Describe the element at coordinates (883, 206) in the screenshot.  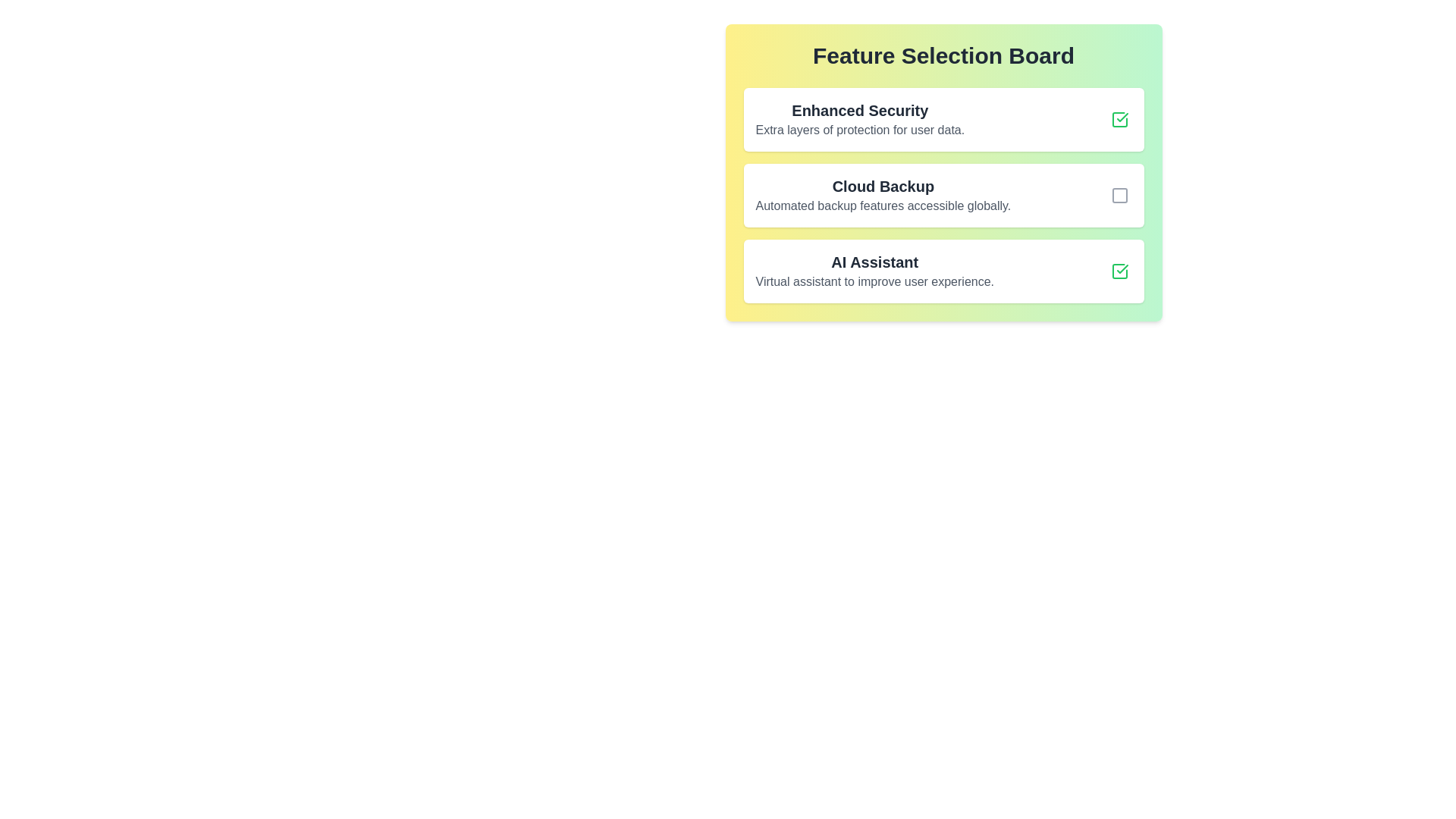
I see `the text label displaying 'Automated backup features accessible globally.' which is styled with a gray font and positioned under the 'Cloud Backup' header` at that location.